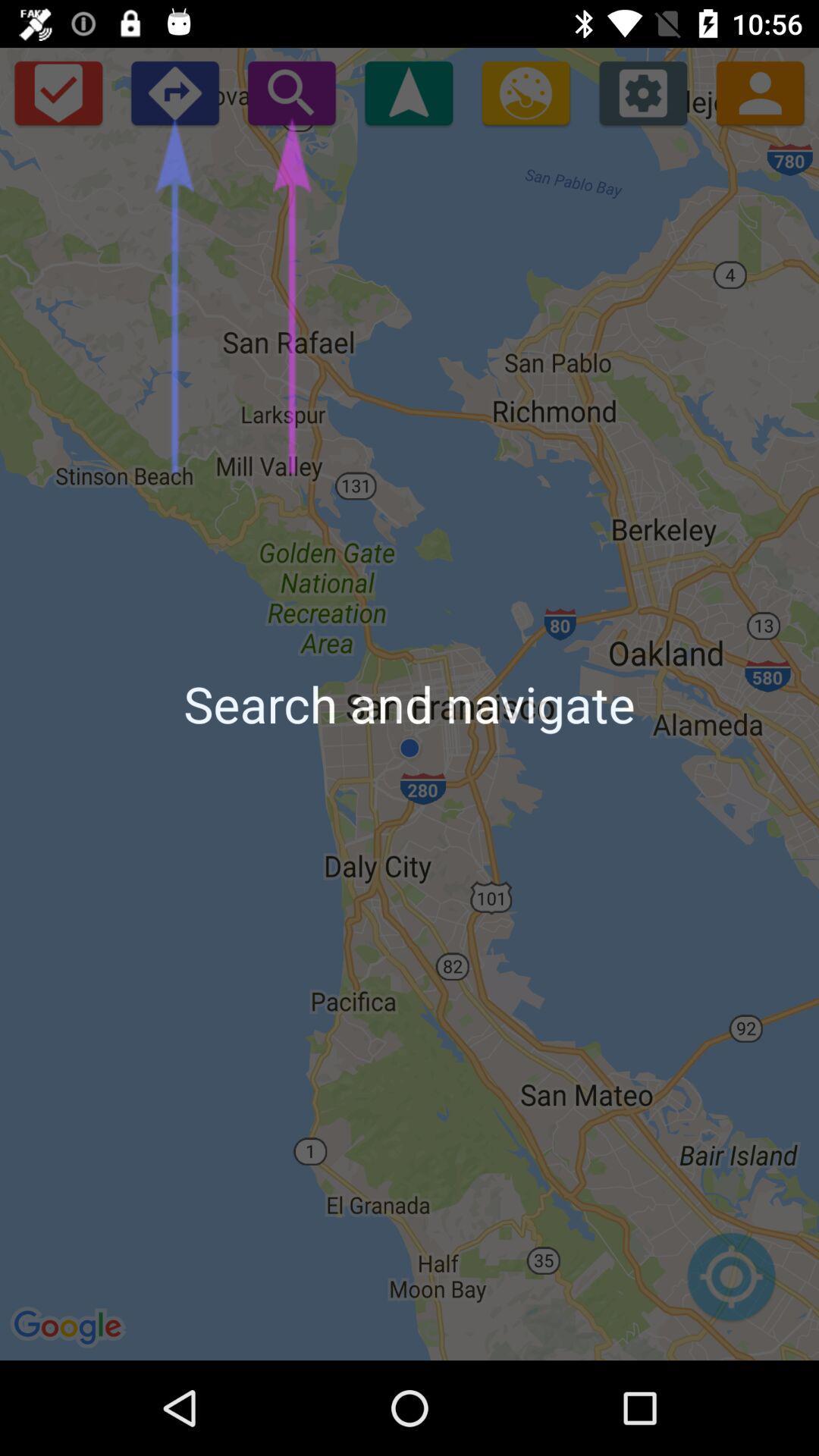 This screenshot has height=1456, width=819. I want to click on search option, so click(291, 92).